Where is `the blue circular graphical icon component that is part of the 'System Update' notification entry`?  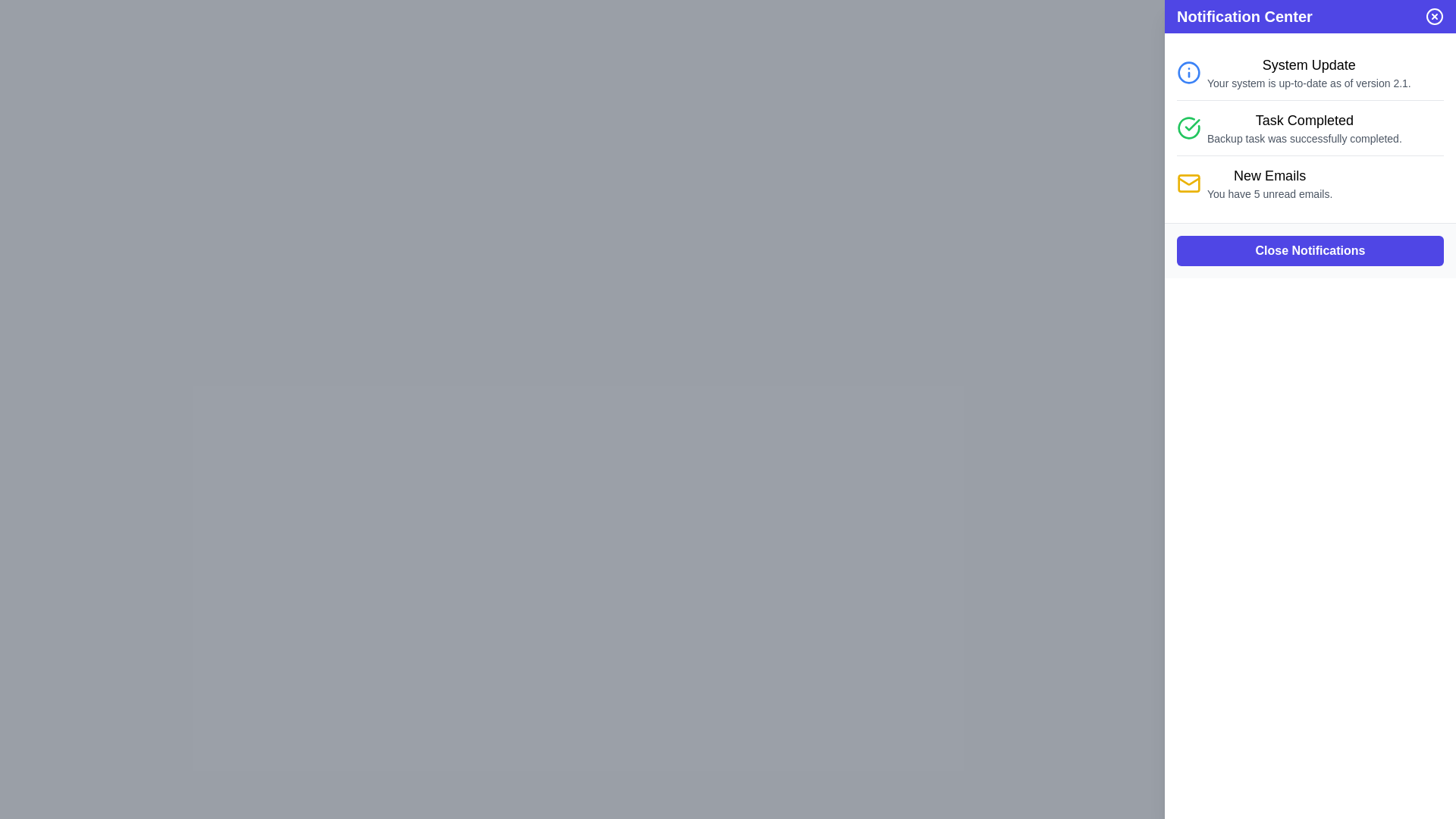 the blue circular graphical icon component that is part of the 'System Update' notification entry is located at coordinates (1188, 73).